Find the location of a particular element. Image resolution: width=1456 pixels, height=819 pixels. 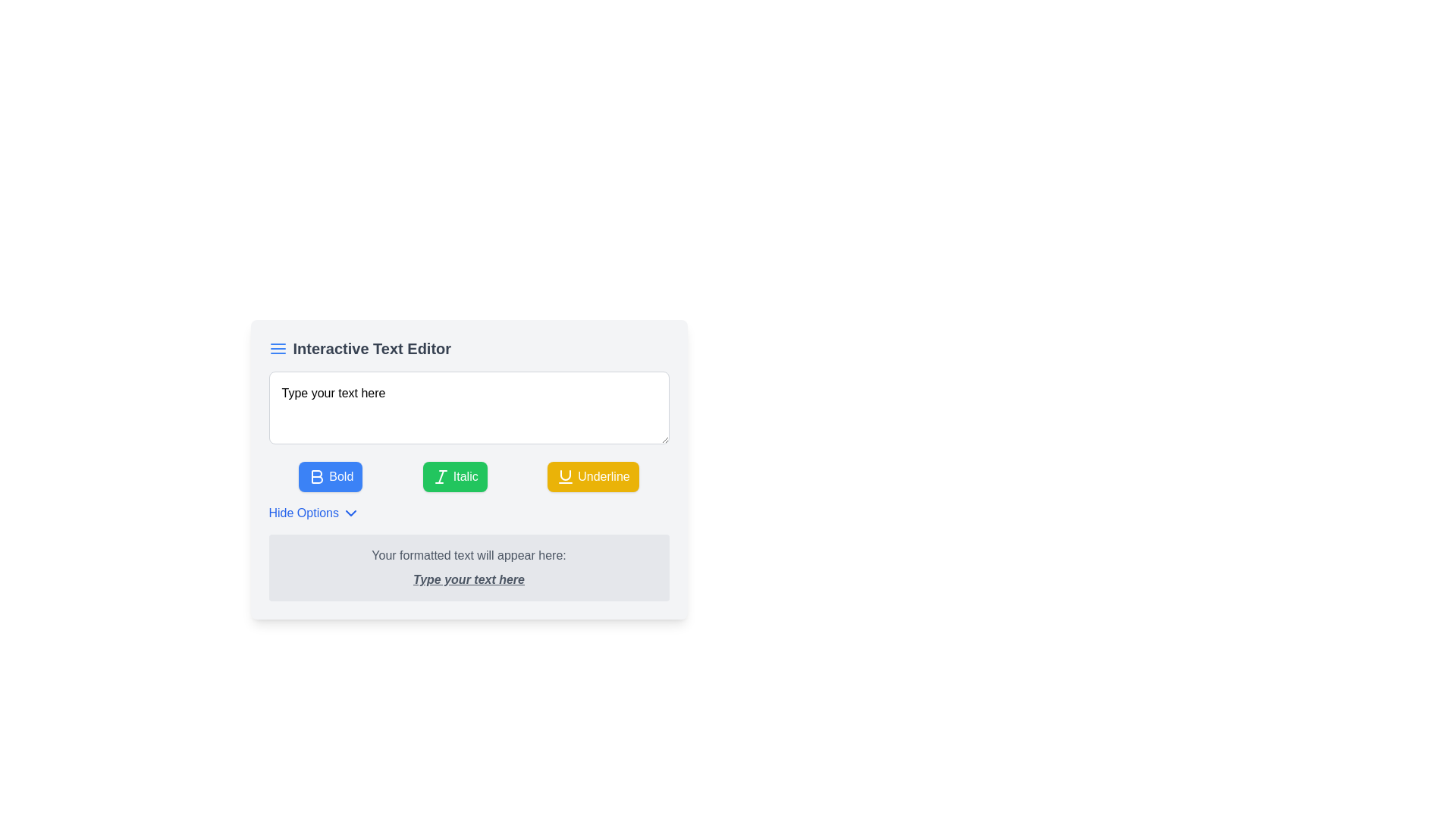

the chevron icon located to the right of the 'Hide Options' label, which expands or collapses related options is located at coordinates (350, 513).